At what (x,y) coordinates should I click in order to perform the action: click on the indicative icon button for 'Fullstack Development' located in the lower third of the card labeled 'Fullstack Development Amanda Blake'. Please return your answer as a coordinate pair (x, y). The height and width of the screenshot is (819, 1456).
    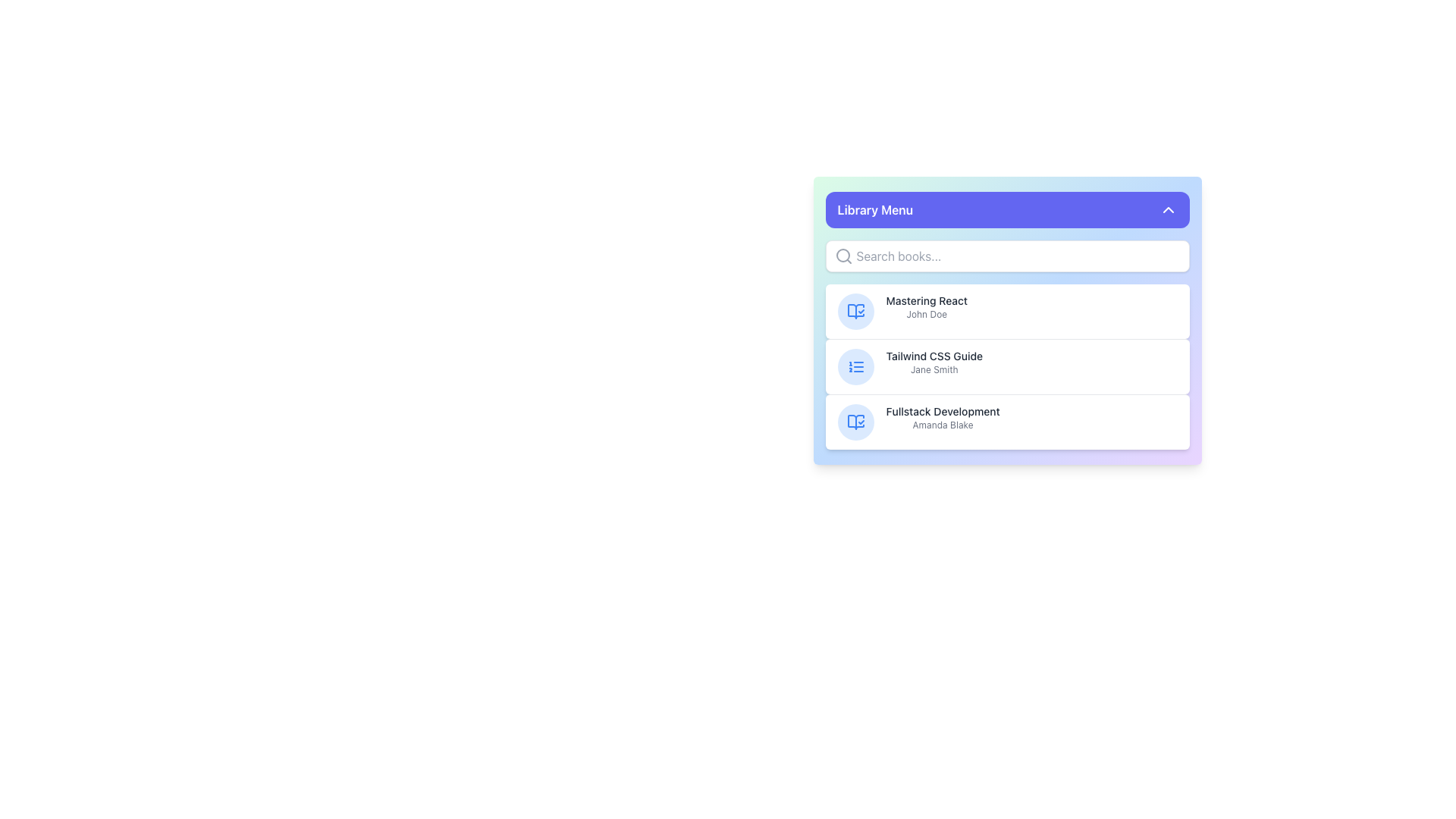
    Looking at the image, I should click on (855, 422).